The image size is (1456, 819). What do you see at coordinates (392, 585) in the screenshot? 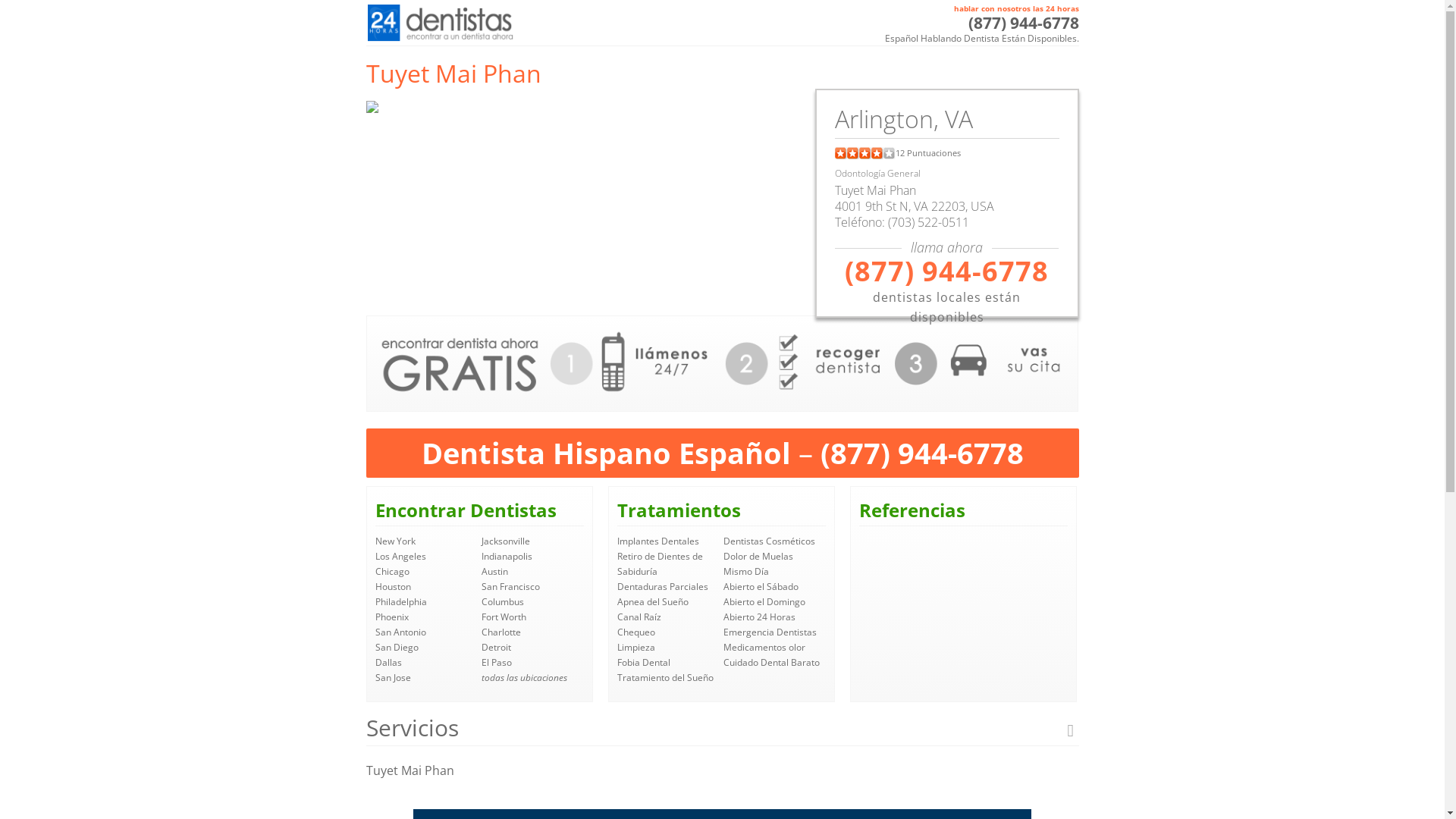
I see `'Houston'` at bounding box center [392, 585].